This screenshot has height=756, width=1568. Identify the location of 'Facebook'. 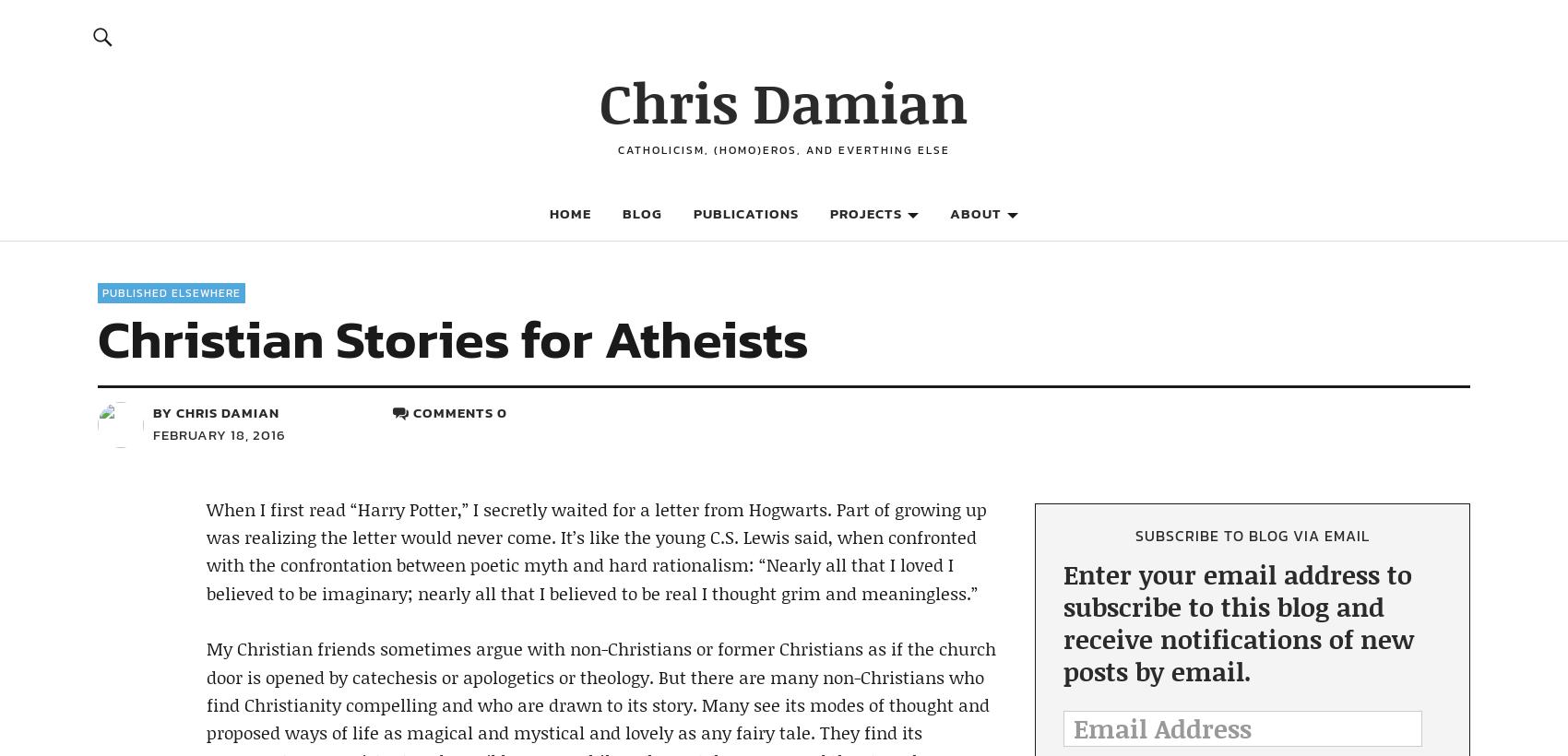
(324, 359).